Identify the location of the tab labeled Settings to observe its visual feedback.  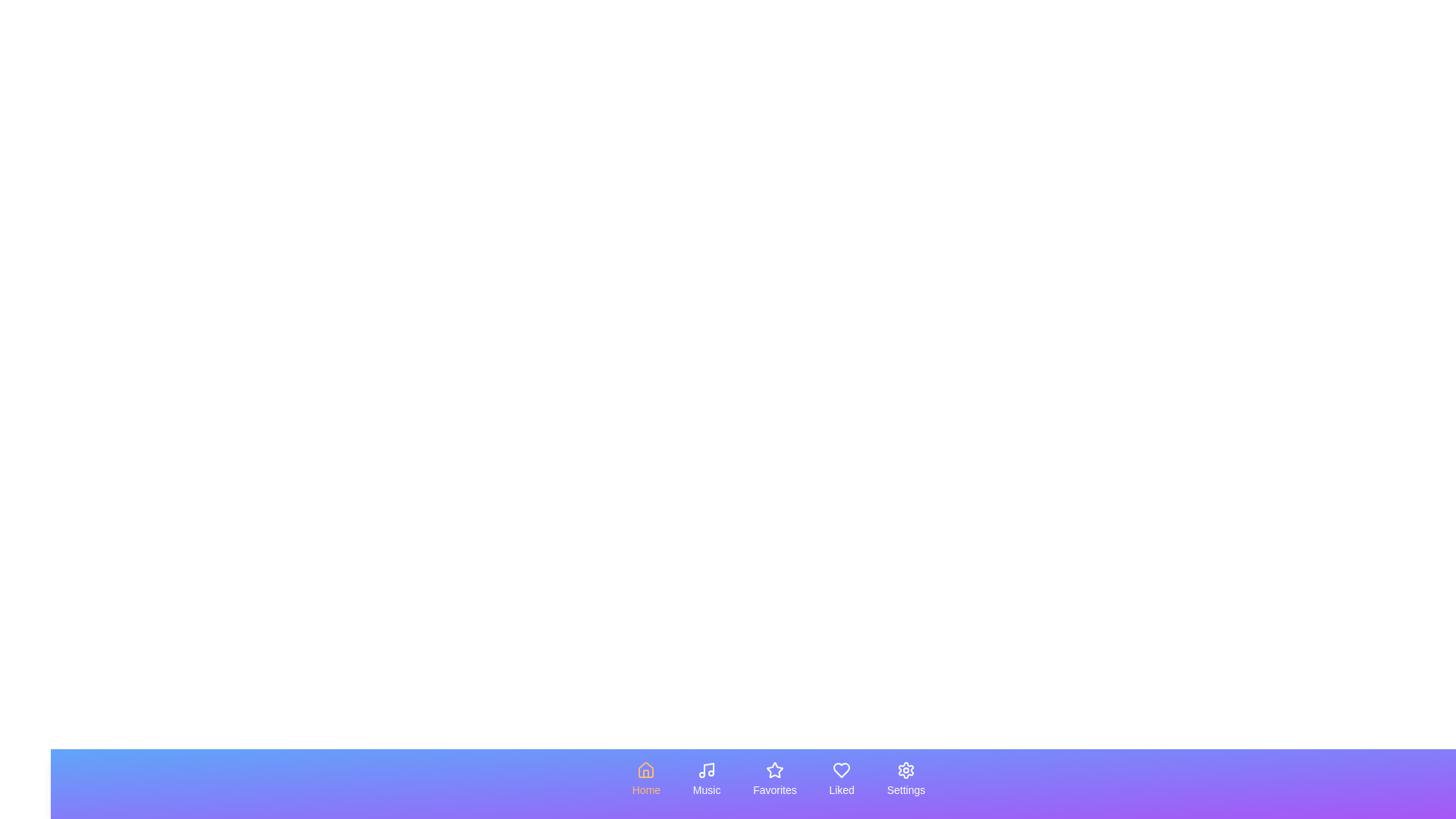
(906, 780).